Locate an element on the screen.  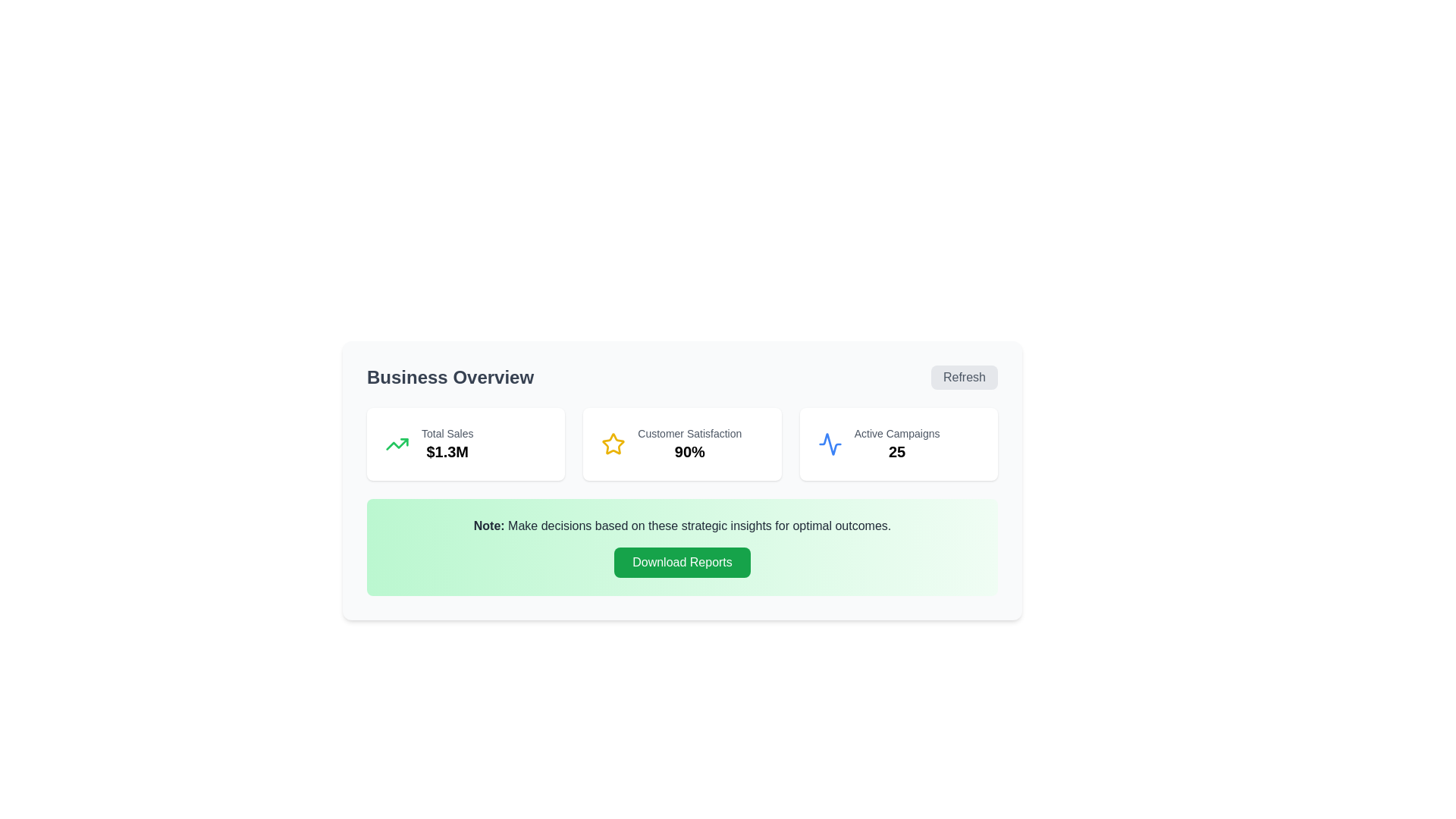
the static text label displaying 'Note:' with a light green background located in the upper-left section of the notification bar under 'Business Overview' is located at coordinates (489, 525).